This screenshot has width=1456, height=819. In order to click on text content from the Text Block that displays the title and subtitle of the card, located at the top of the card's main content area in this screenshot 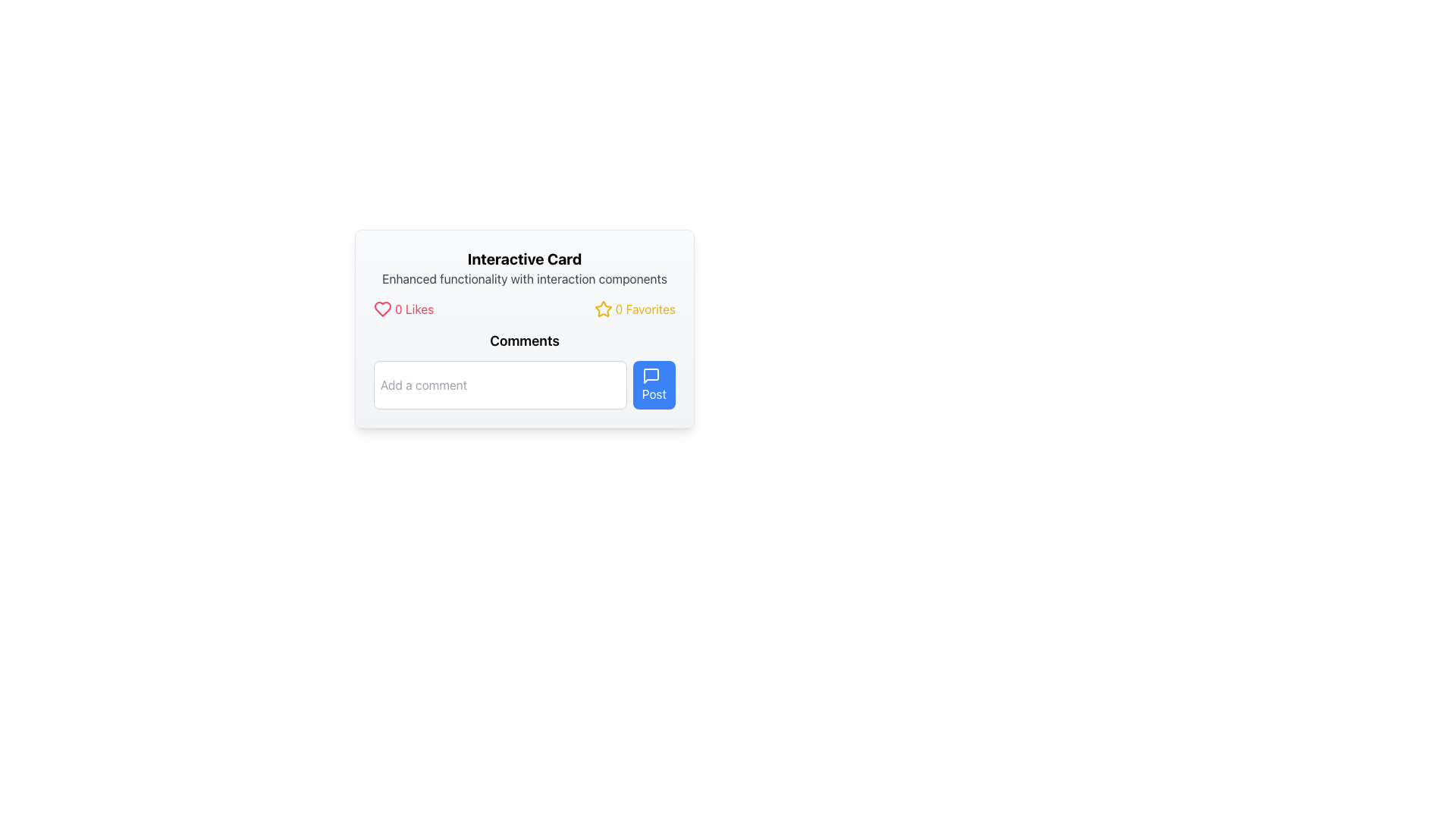, I will do `click(524, 268)`.